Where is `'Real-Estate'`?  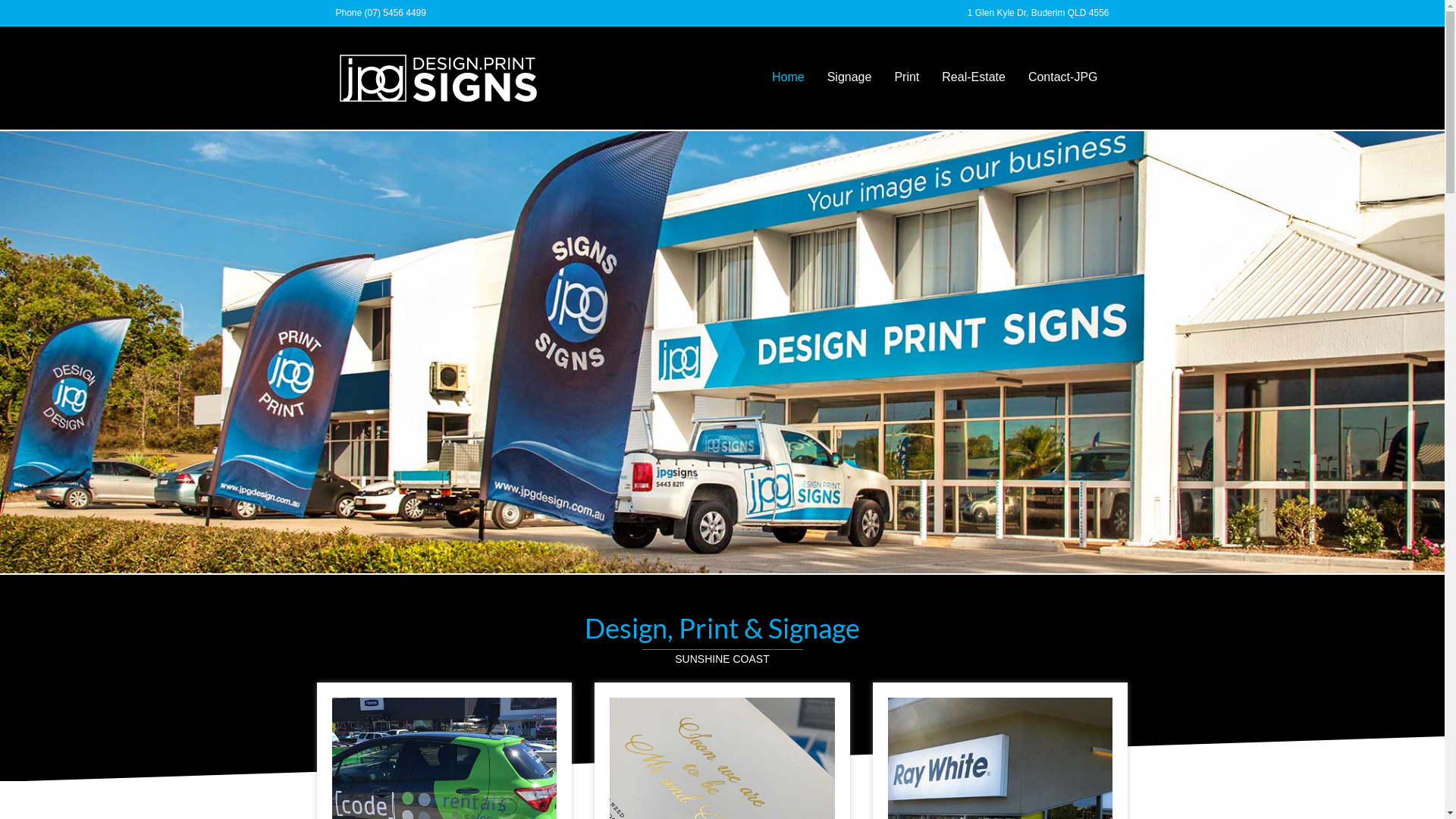
'Real-Estate' is located at coordinates (973, 77).